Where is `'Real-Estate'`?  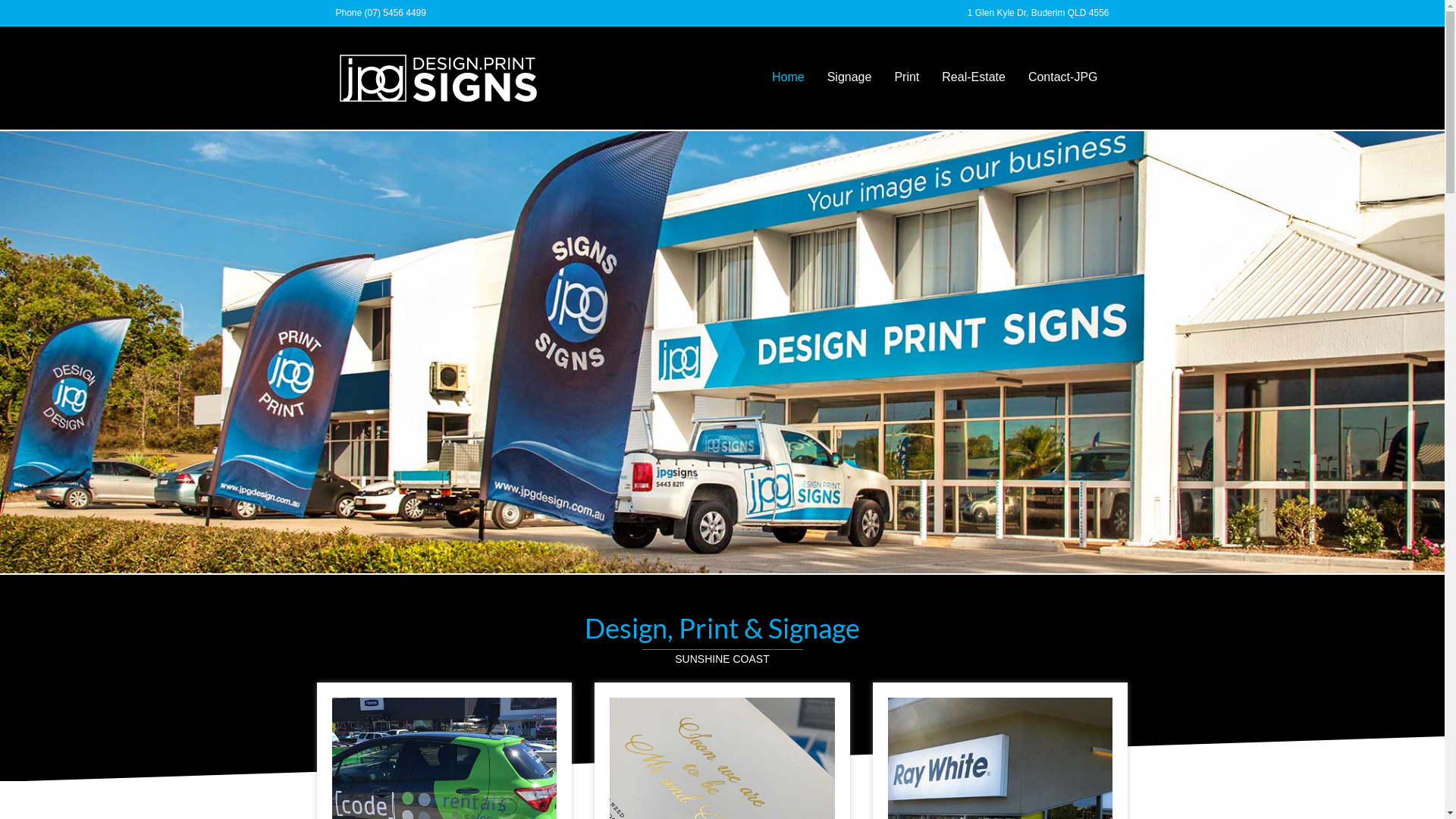
'Real-Estate' is located at coordinates (973, 77).